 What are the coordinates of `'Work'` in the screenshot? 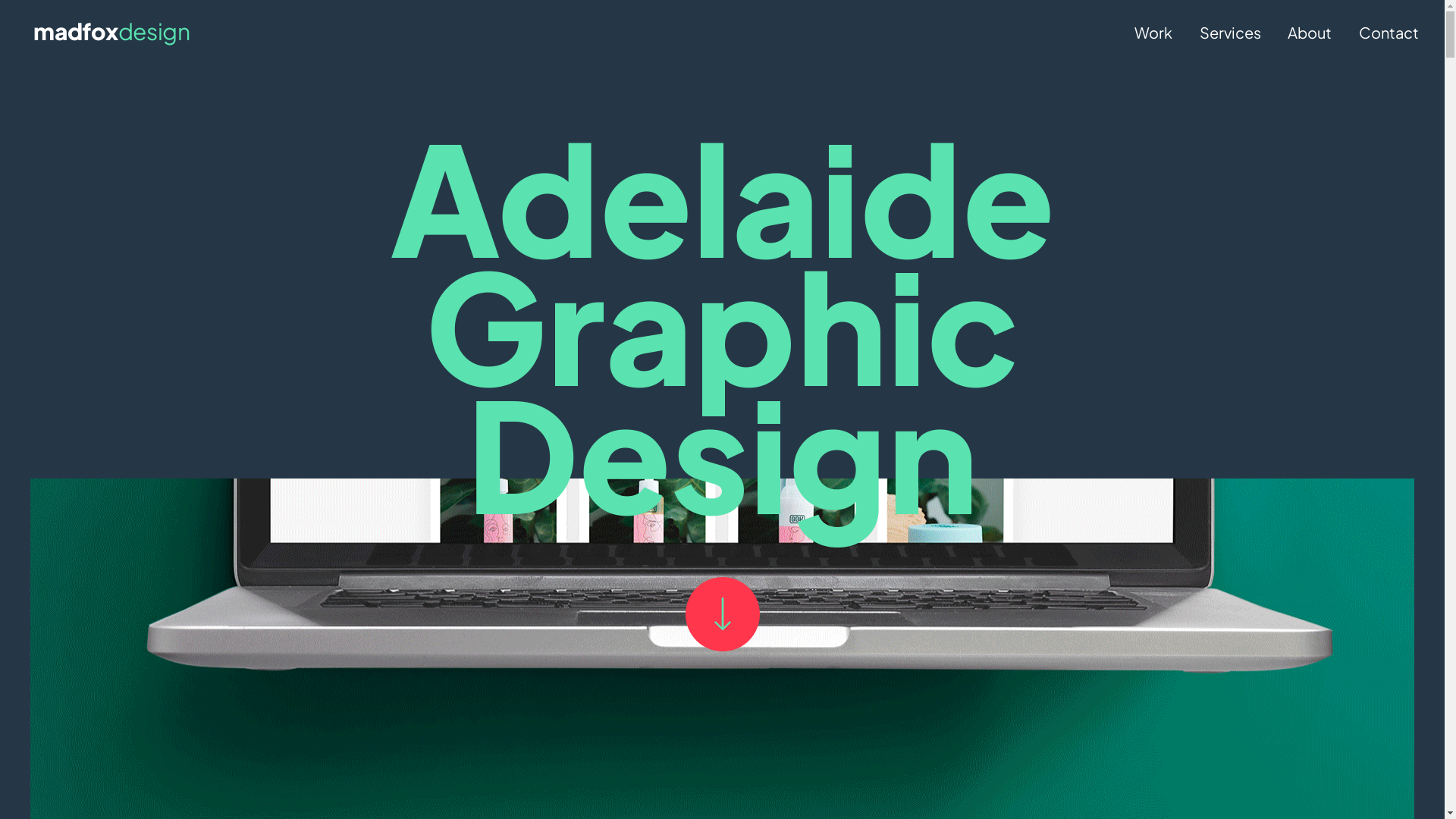 It's located at (1153, 32).